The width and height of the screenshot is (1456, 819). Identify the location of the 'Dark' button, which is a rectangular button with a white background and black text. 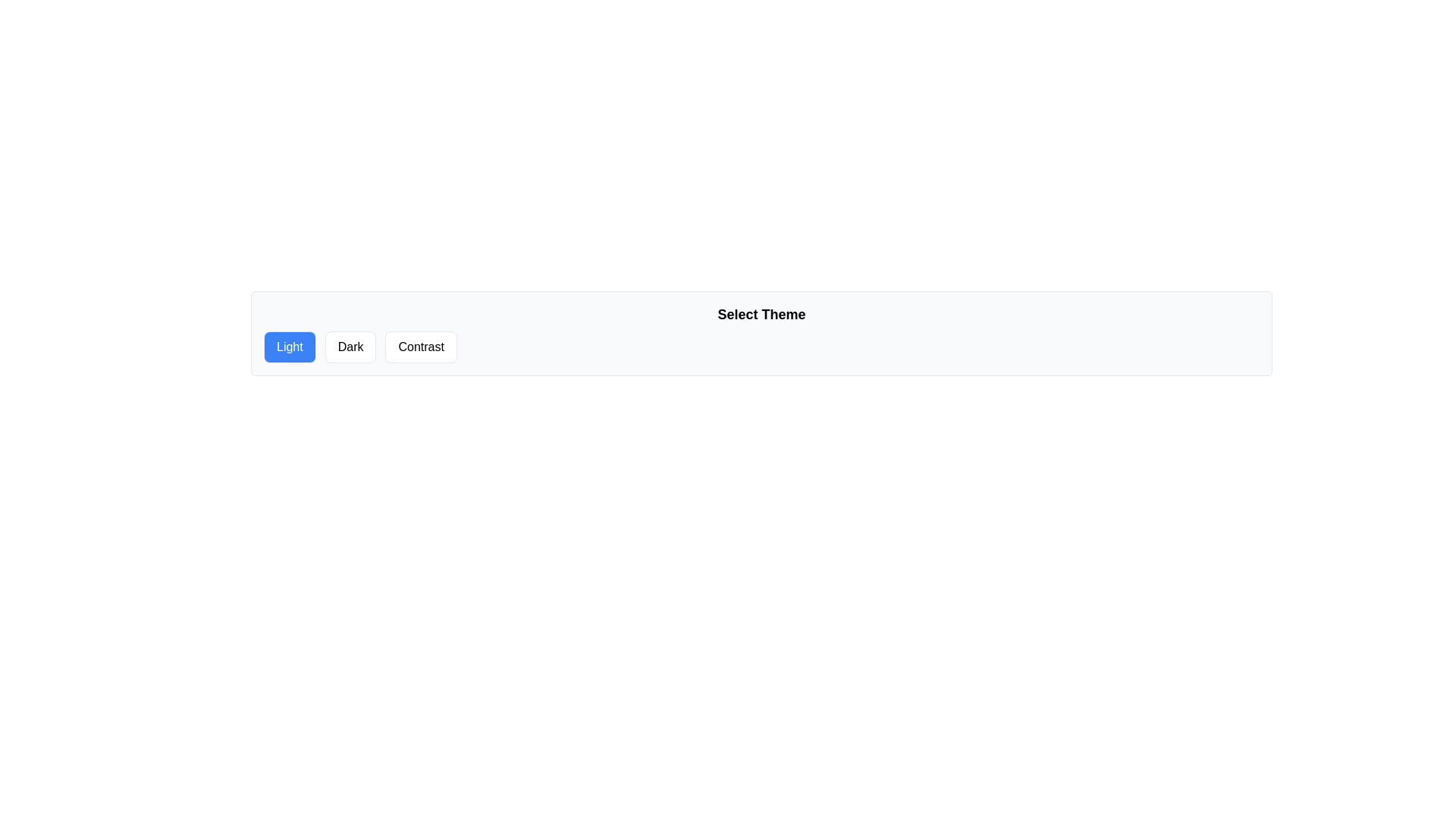
(350, 347).